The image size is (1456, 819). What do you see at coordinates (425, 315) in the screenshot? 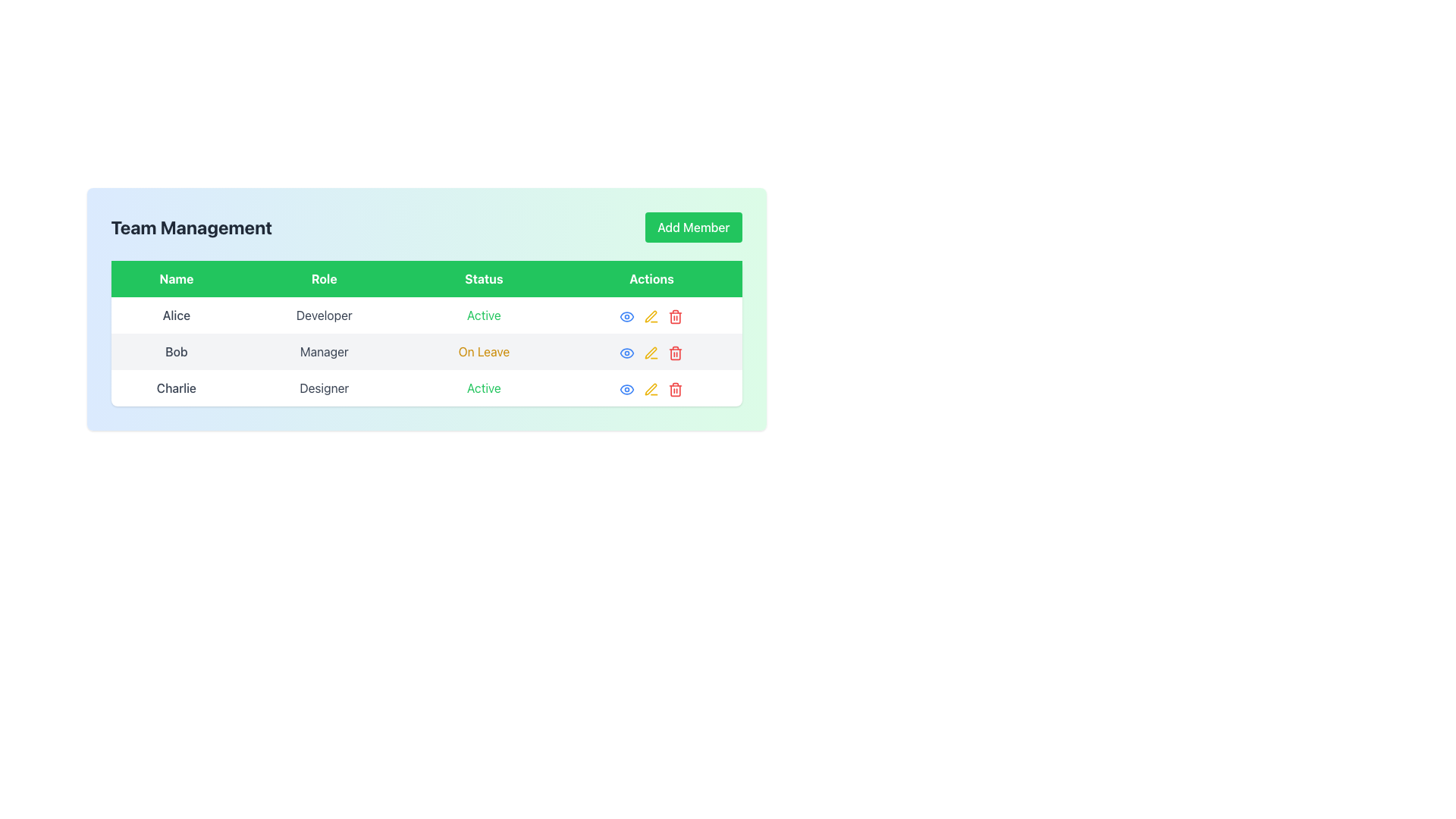
I see `the second row of the data table containing 'Alice' under 'Name', 'Developer' under 'Role', and 'Active' under 'Status'` at bounding box center [425, 315].